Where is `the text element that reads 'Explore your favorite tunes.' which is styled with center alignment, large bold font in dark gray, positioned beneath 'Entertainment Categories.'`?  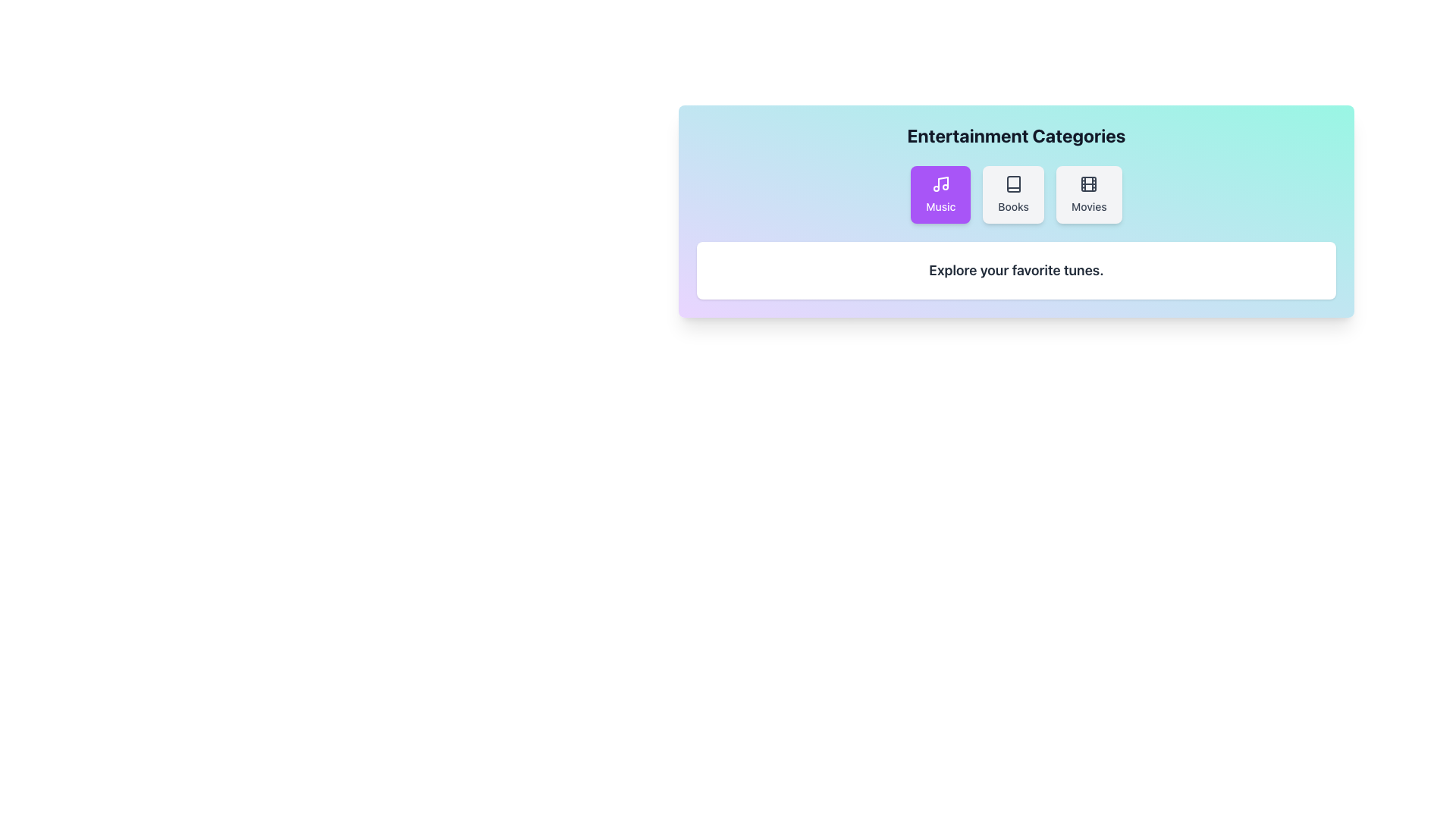
the text element that reads 'Explore your favorite tunes.' which is styled with center alignment, large bold font in dark gray, positioned beneath 'Entertainment Categories.' is located at coordinates (1016, 270).